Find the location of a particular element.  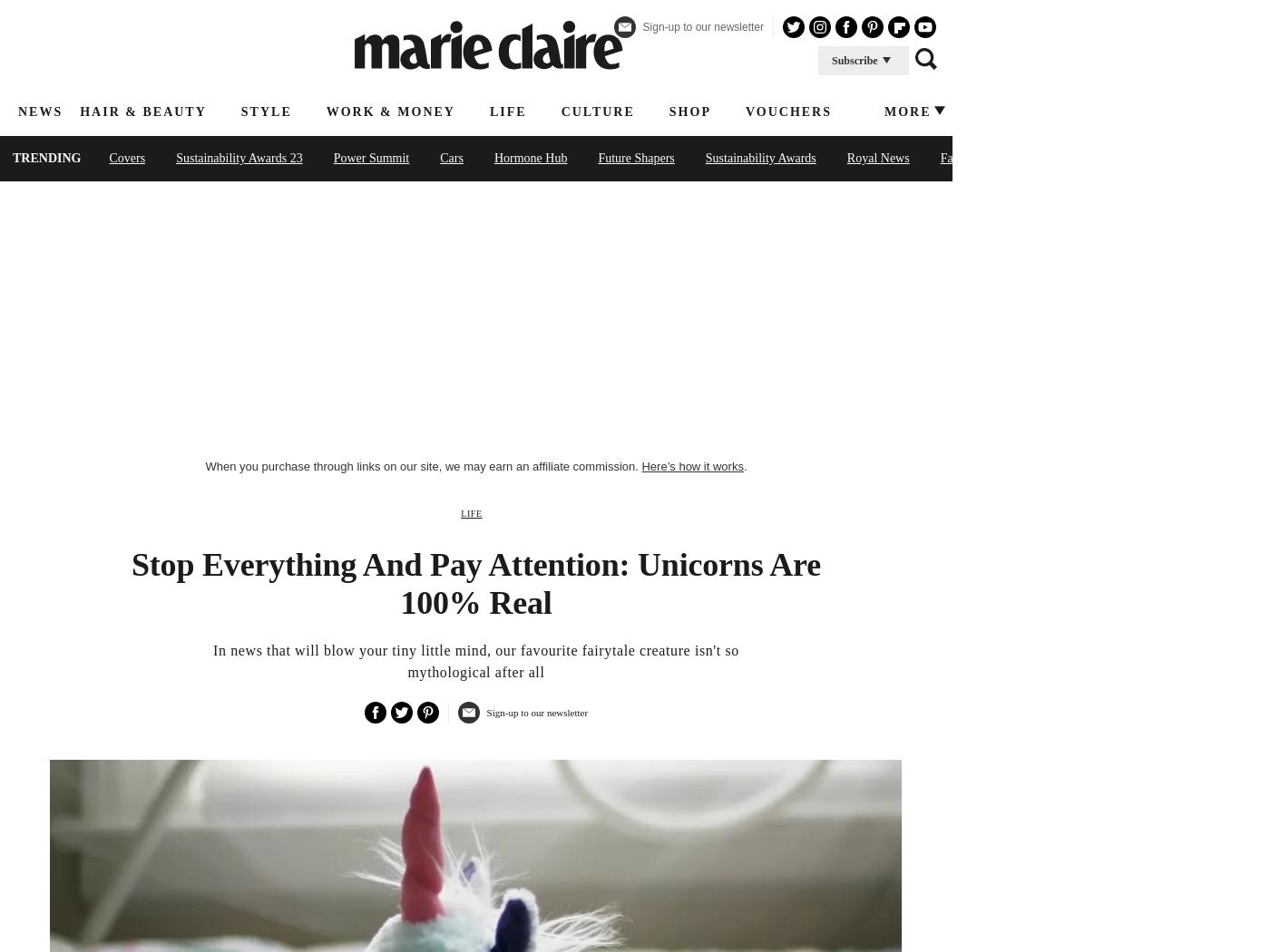

'Covers' is located at coordinates (127, 158).